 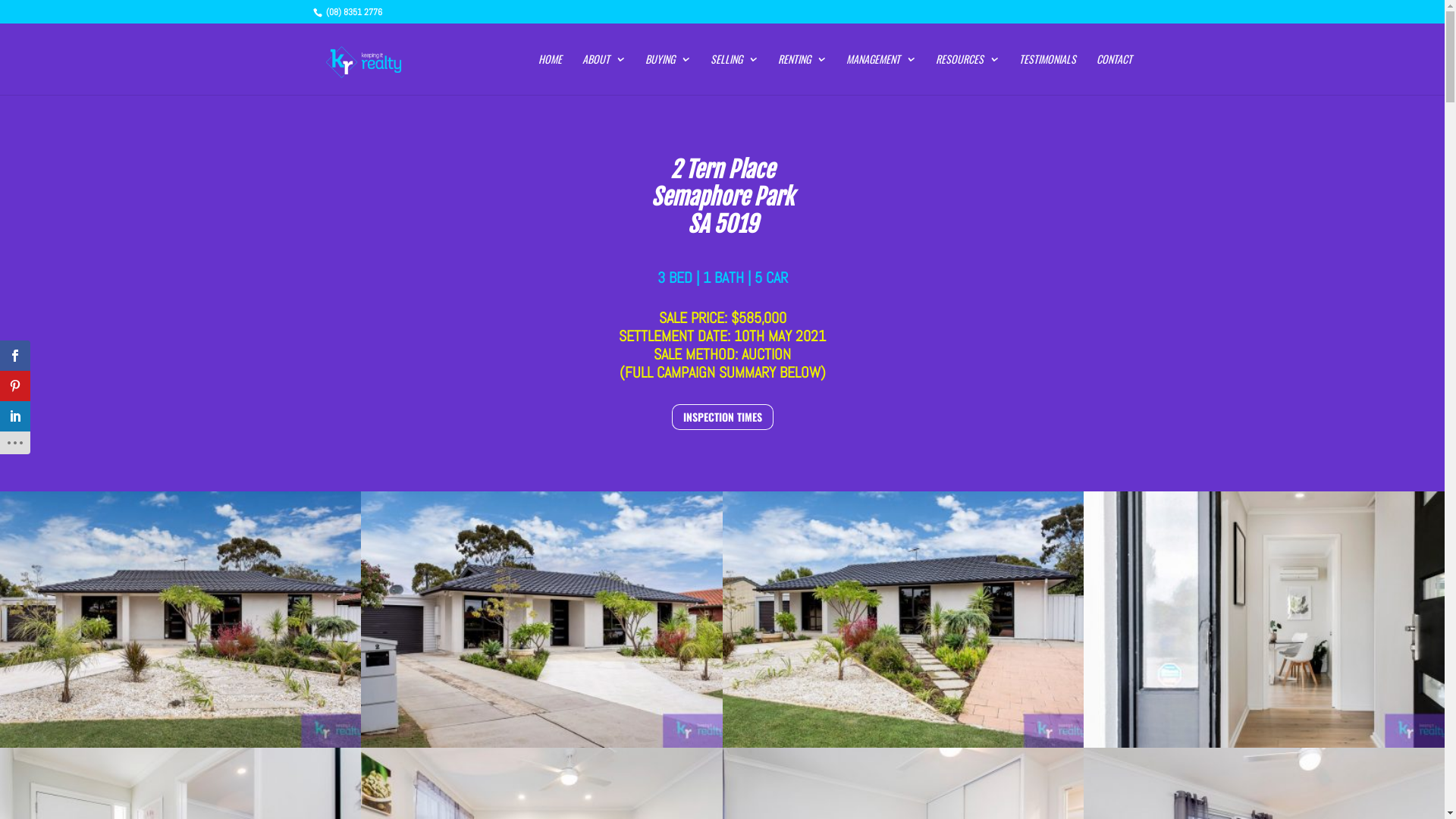 I want to click on 'RESOURCES', so click(x=966, y=74).